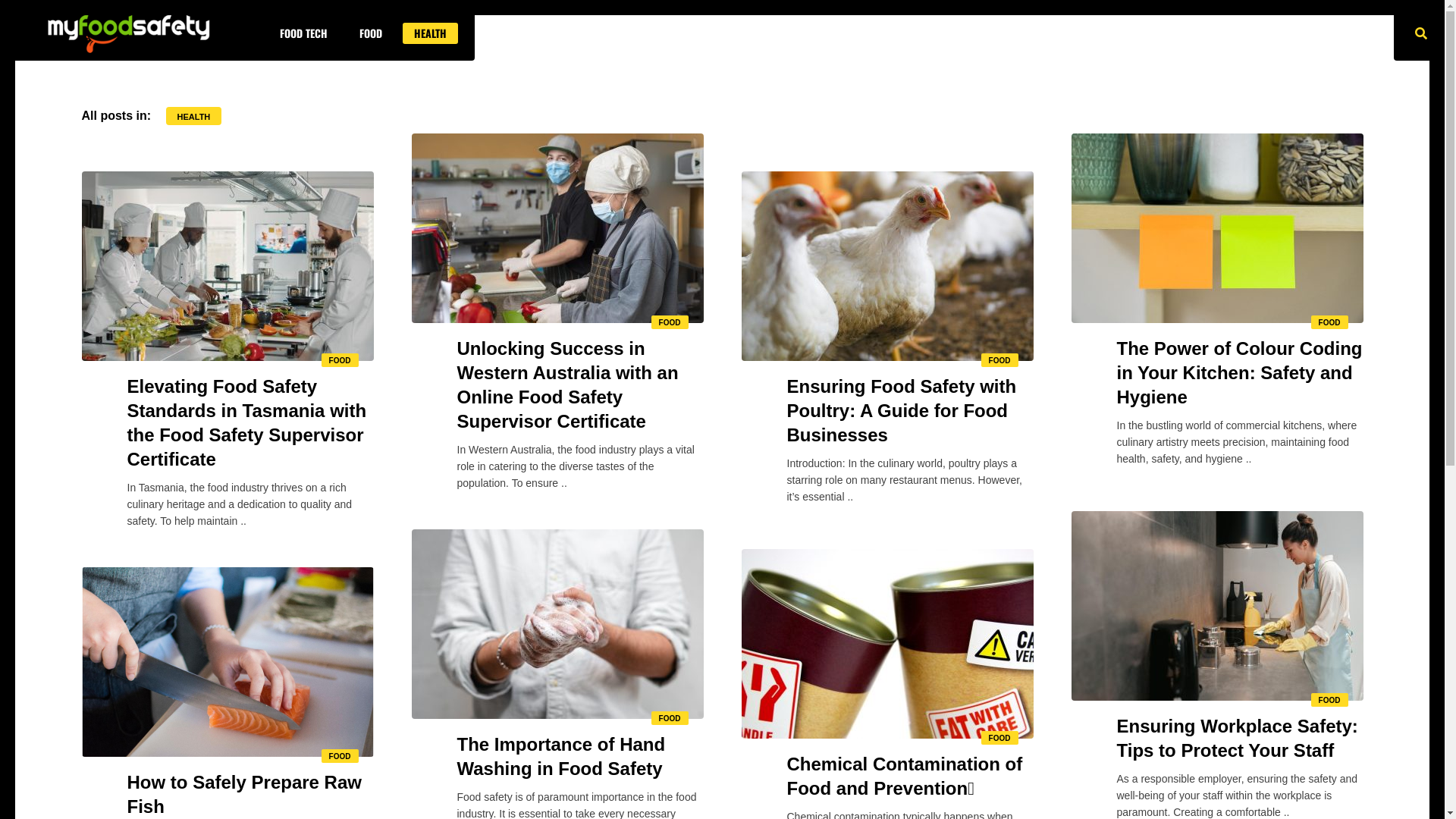 This screenshot has width=1456, height=819. What do you see at coordinates (989, 737) in the screenshot?
I see `'FOOD'` at bounding box center [989, 737].